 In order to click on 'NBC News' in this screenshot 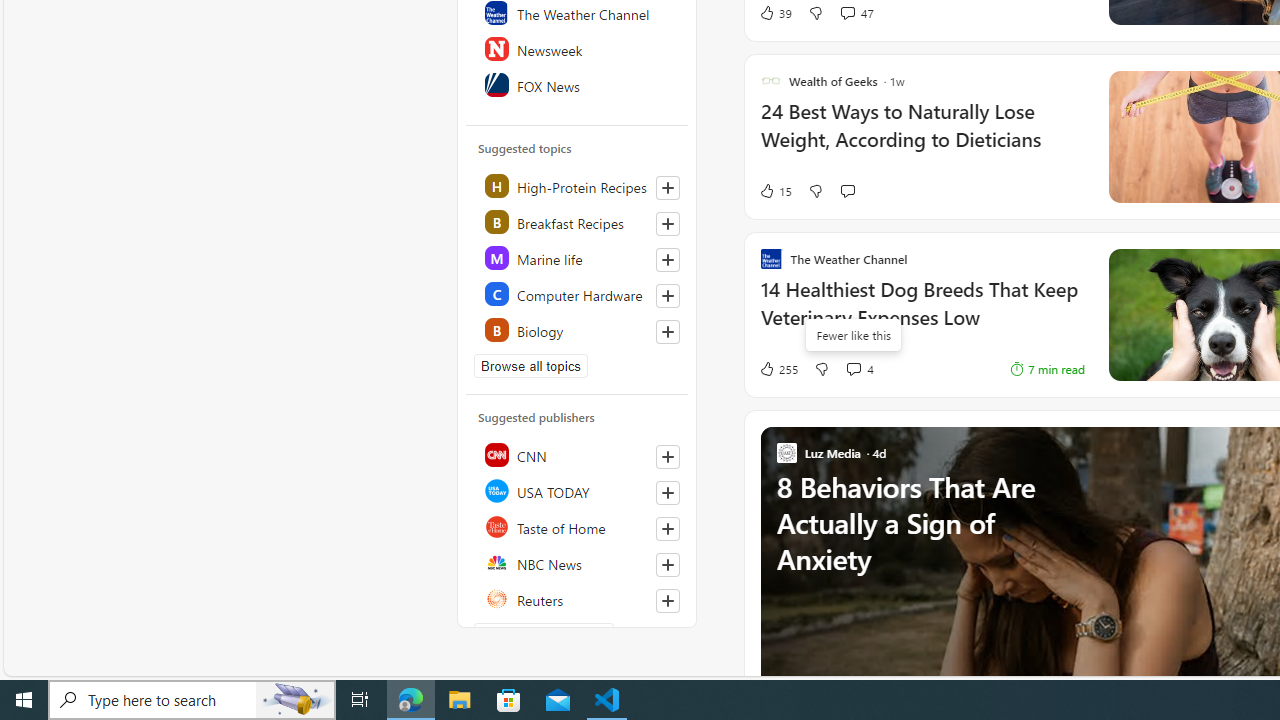, I will do `click(577, 563)`.